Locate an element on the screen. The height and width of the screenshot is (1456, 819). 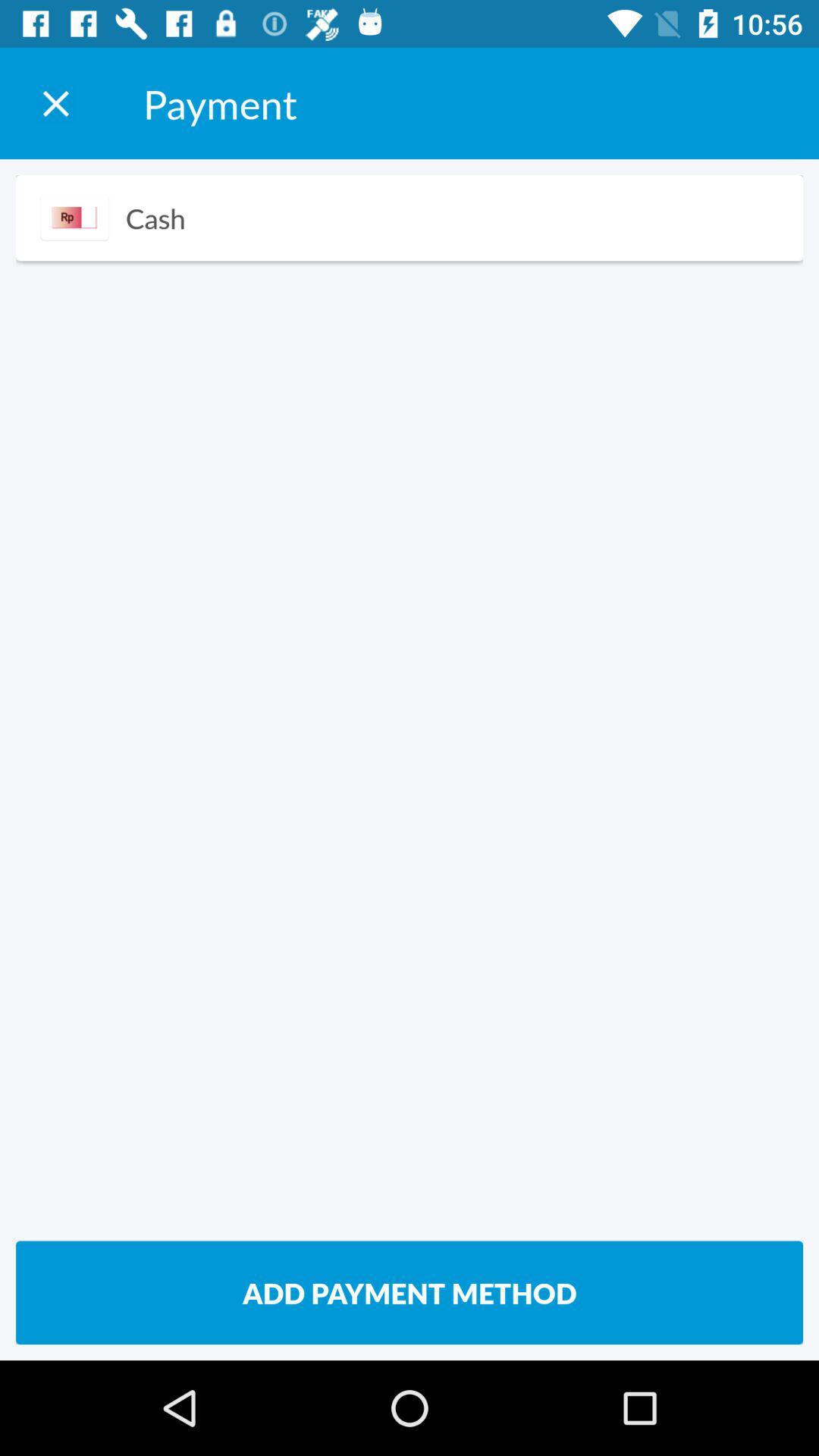
the cash icon is located at coordinates (155, 217).